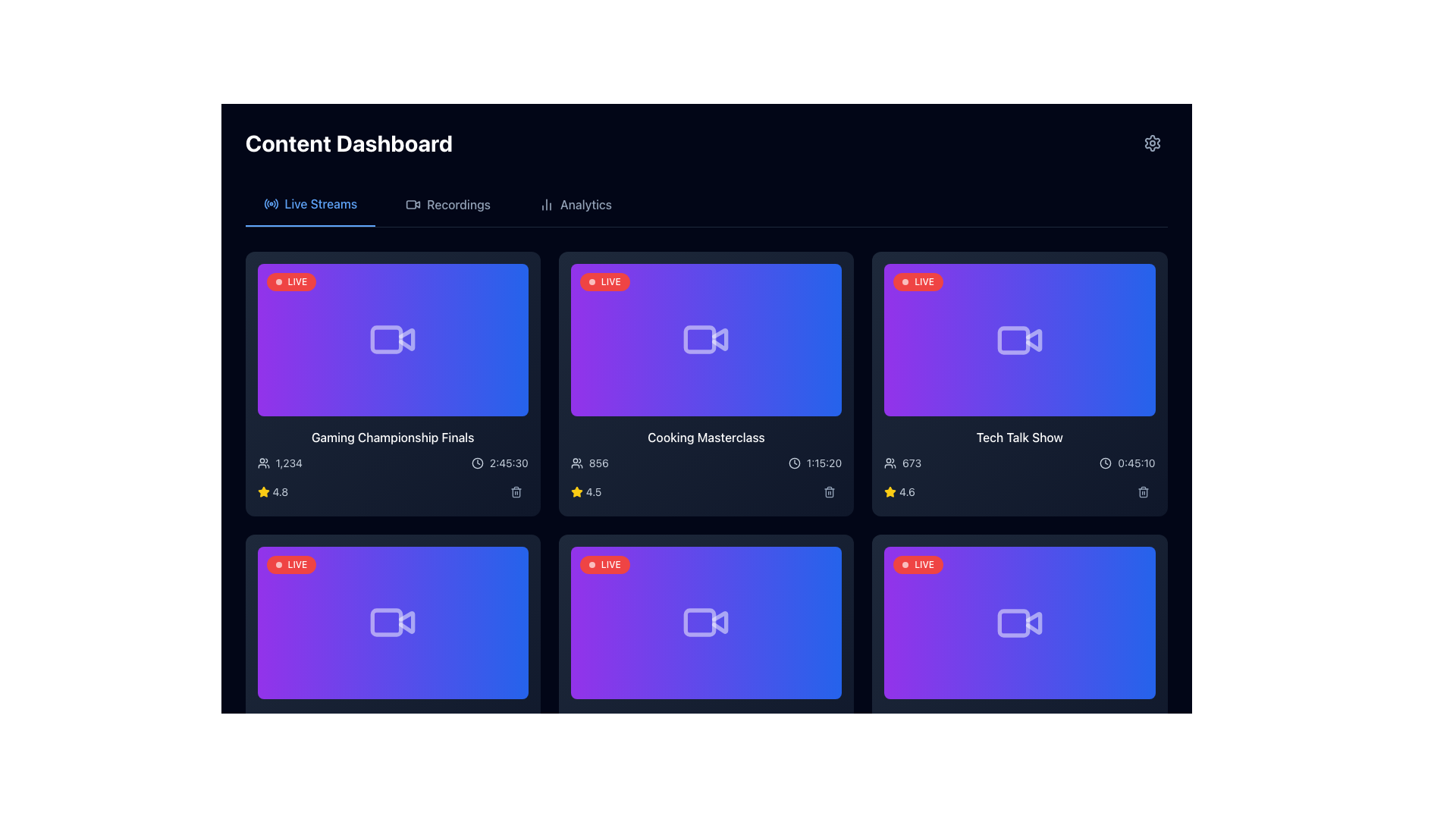 The width and height of the screenshot is (1456, 819). Describe the element at coordinates (393, 437) in the screenshot. I see `the text label that serves as a title for the associated video content located in the first card of the 'Live Streams' section, positioned beneath the video thumbnail` at that location.